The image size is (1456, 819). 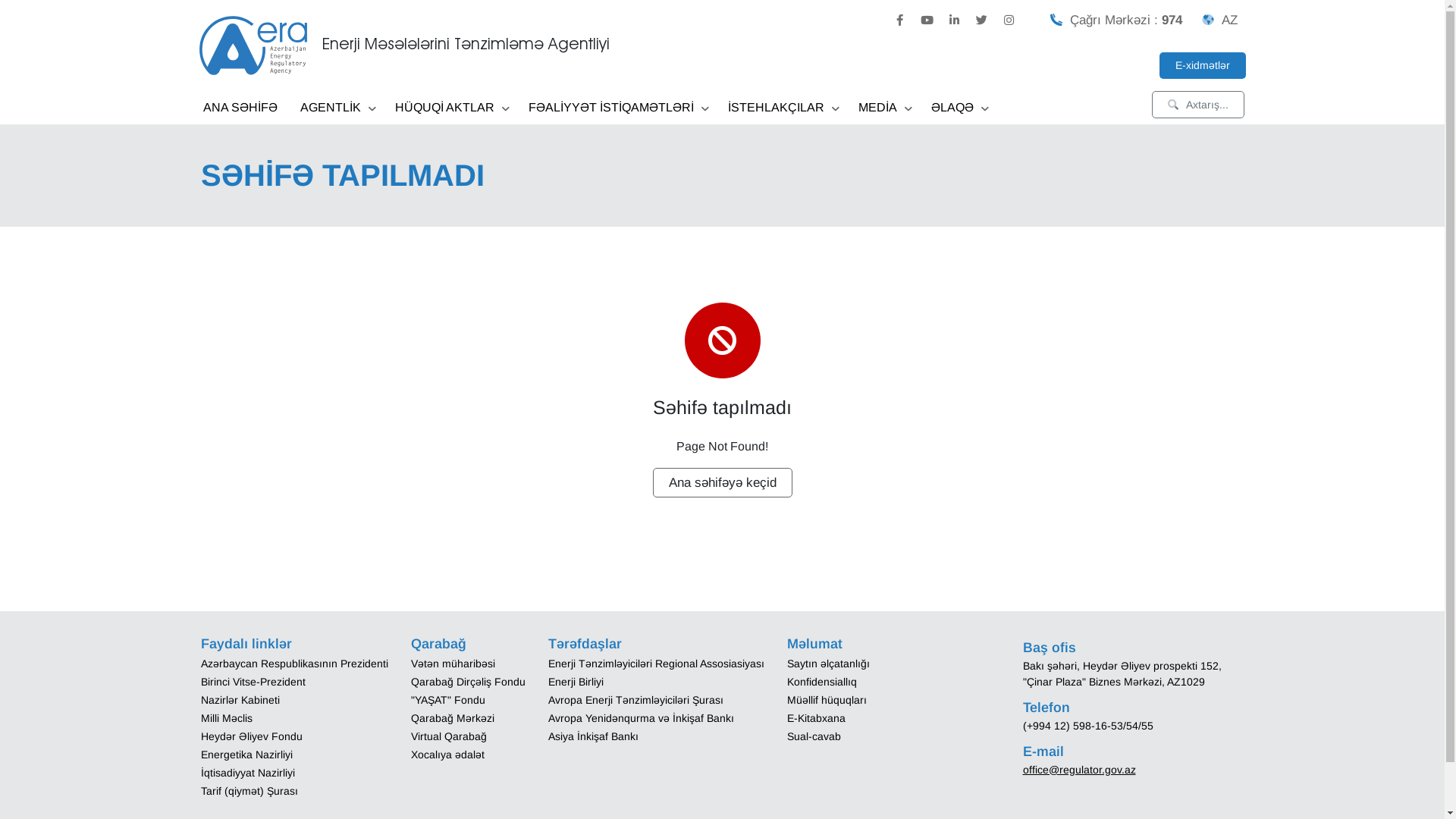 What do you see at coordinates (252, 680) in the screenshot?
I see `'Birinci Vitse-Prezident'` at bounding box center [252, 680].